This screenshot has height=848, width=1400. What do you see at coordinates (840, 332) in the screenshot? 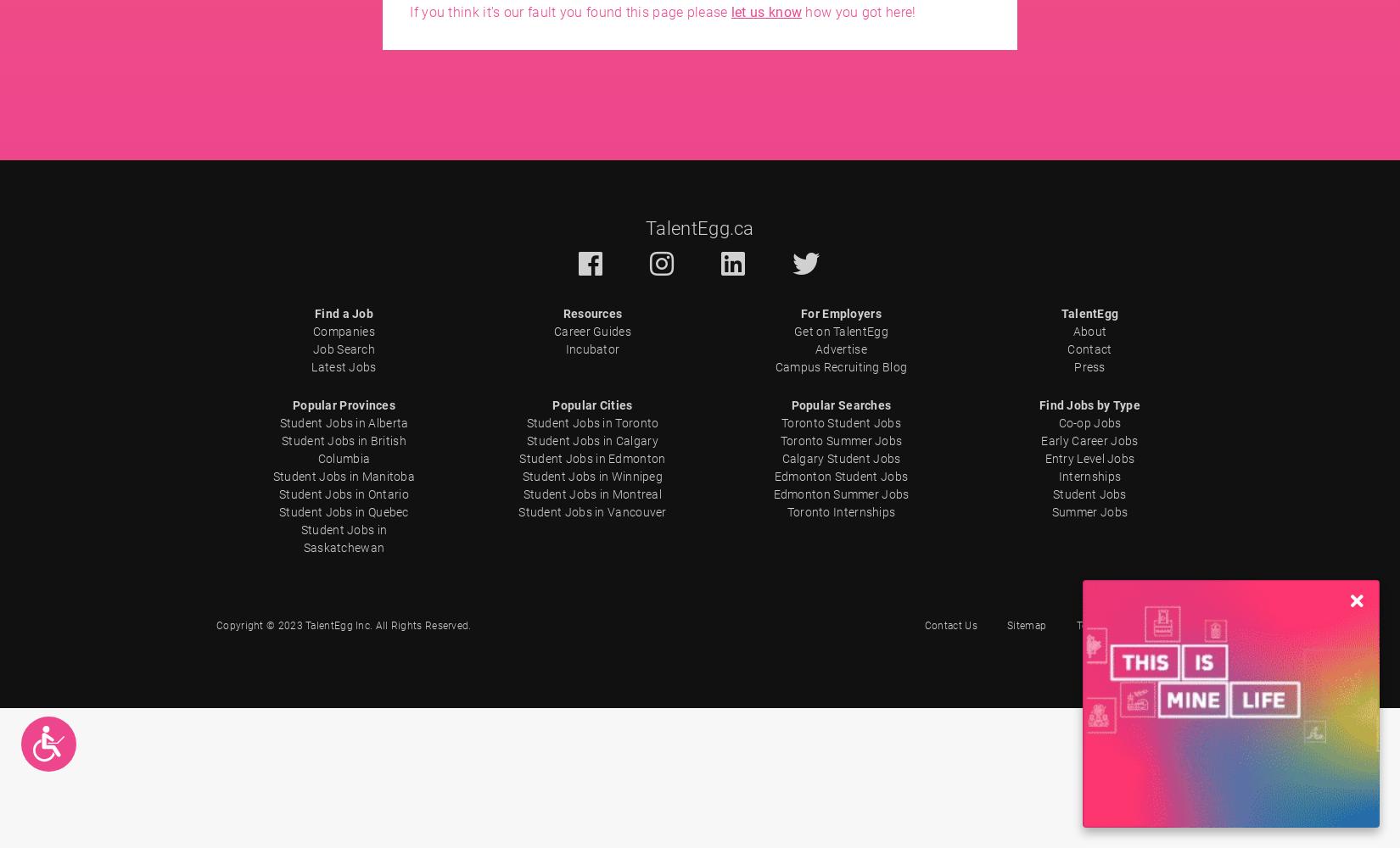
I see `'Get on TalentEgg'` at bounding box center [840, 332].